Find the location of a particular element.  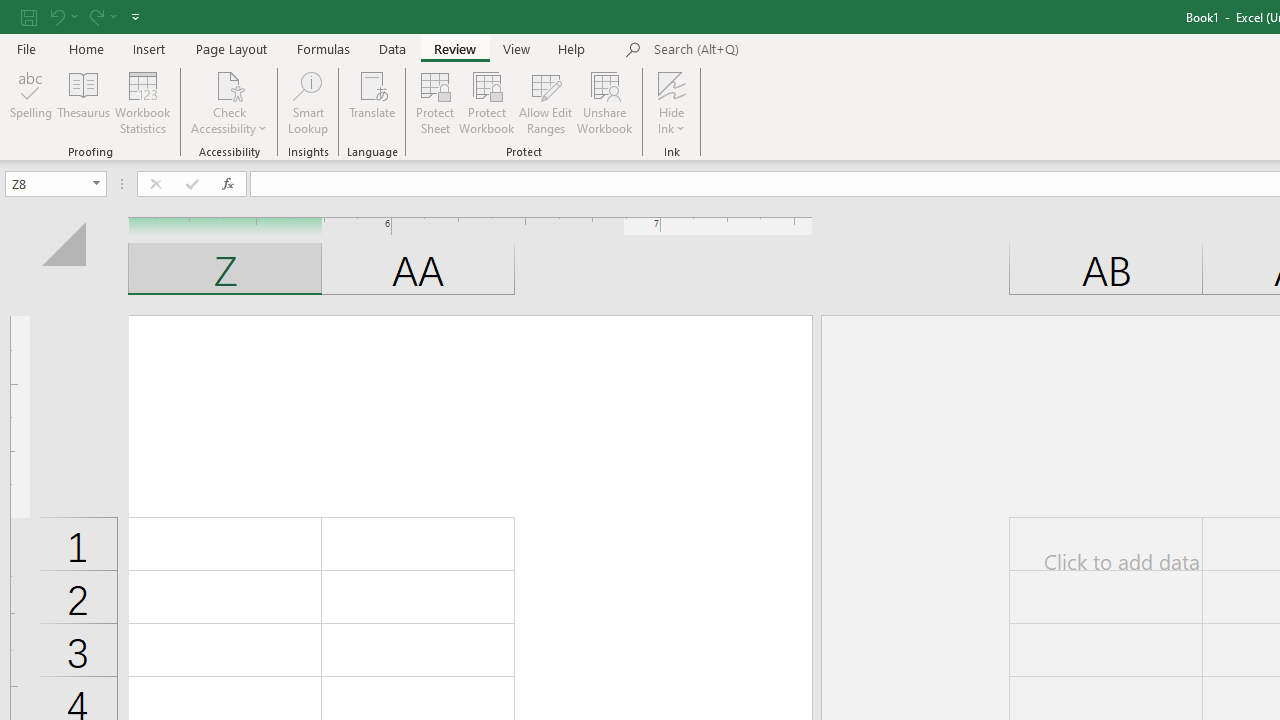

'Allow Edit Ranges' is located at coordinates (545, 103).